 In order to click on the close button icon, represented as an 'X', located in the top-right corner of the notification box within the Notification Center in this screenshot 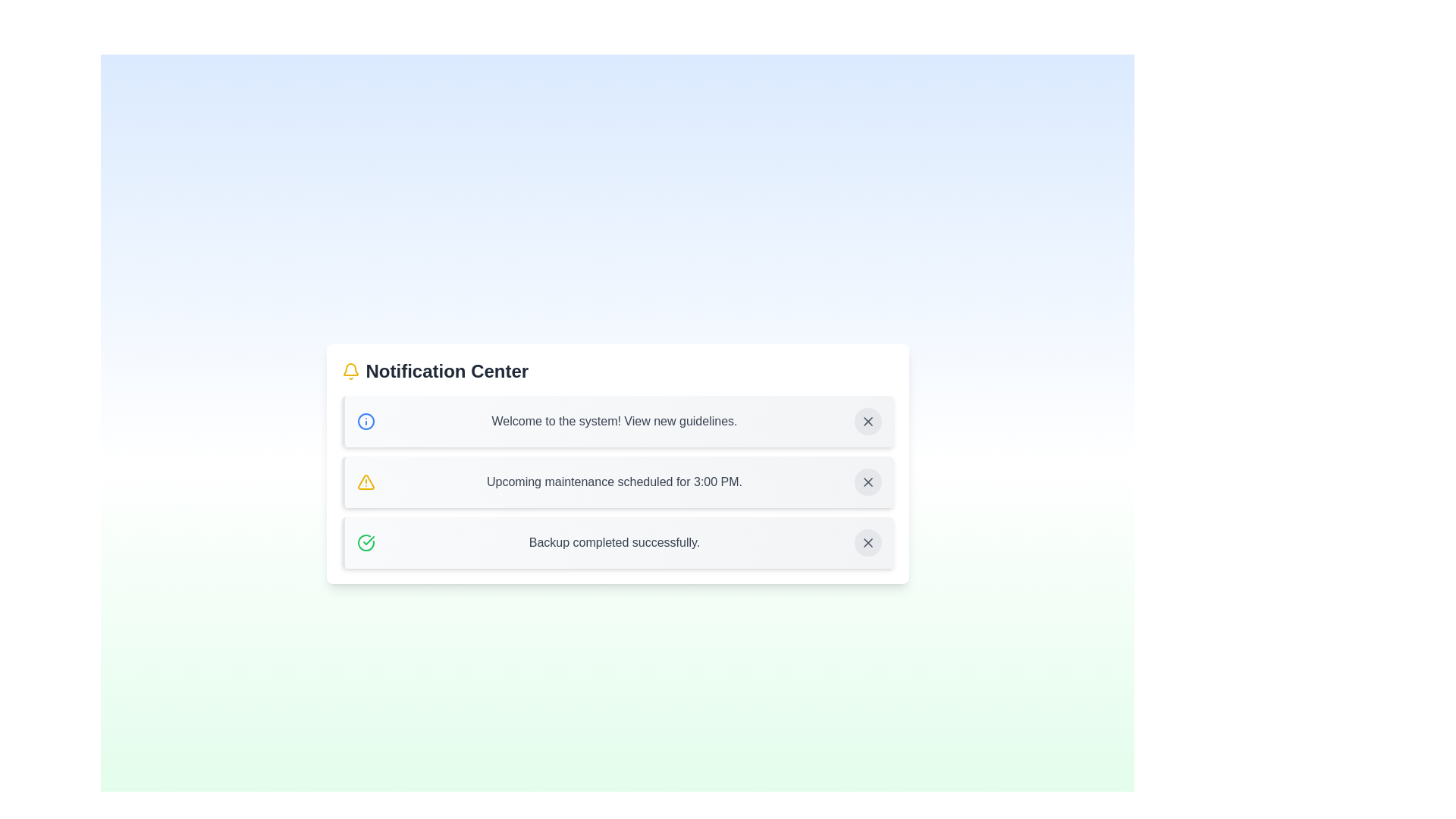, I will do `click(868, 421)`.